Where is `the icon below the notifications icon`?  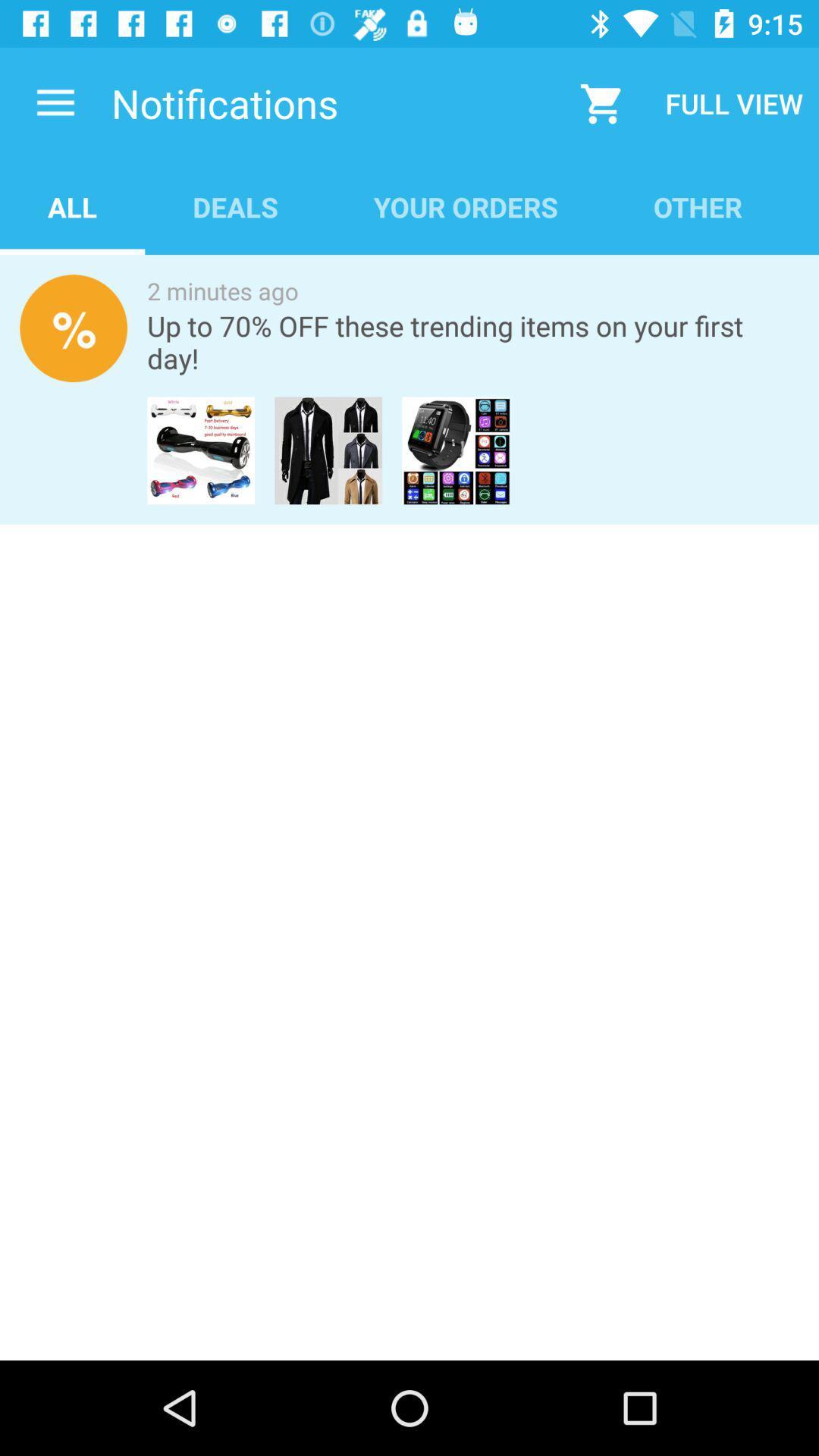
the icon below the notifications icon is located at coordinates (235, 206).